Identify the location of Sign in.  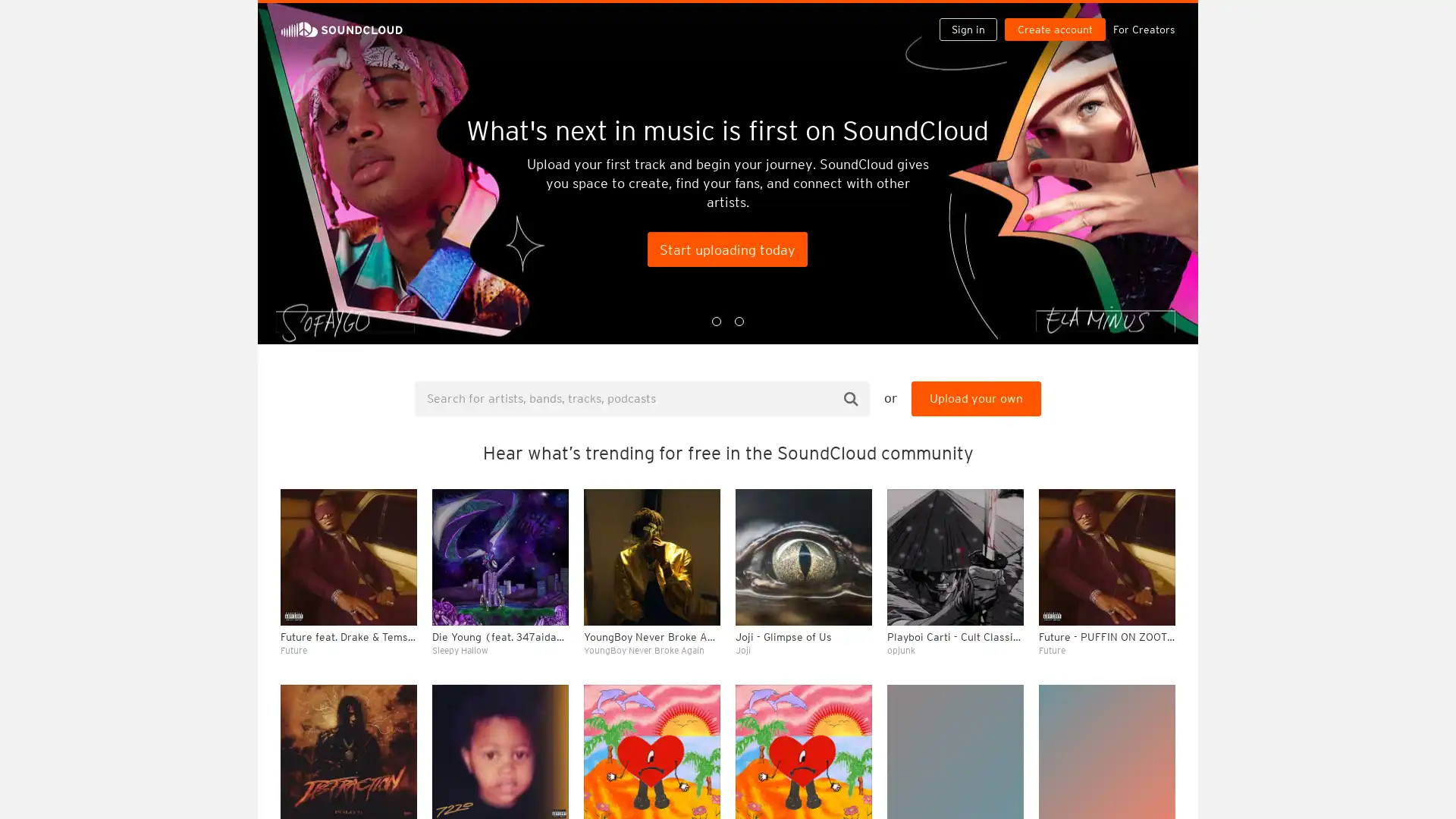
(974, 17).